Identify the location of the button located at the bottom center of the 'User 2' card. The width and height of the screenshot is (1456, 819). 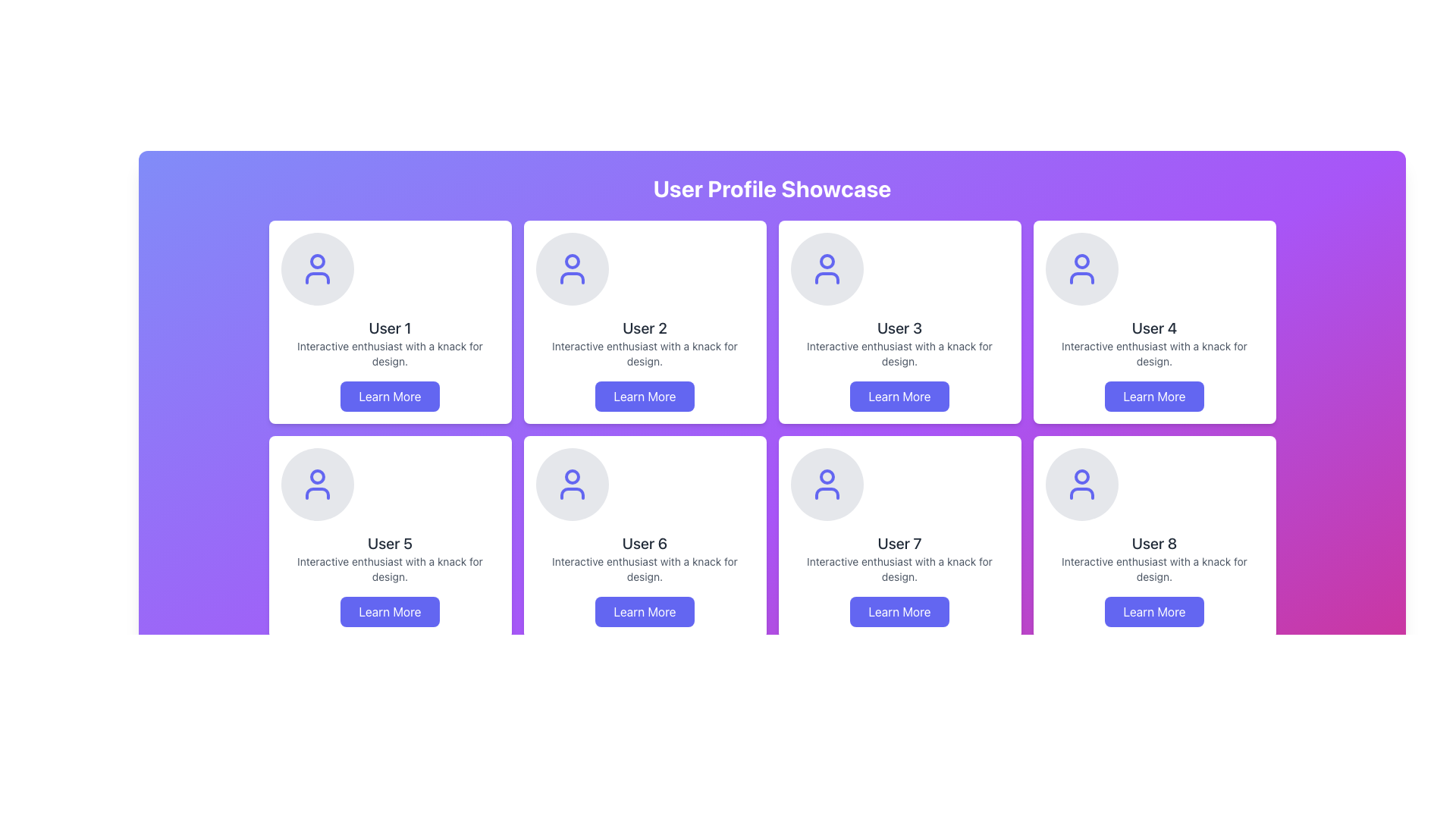
(645, 396).